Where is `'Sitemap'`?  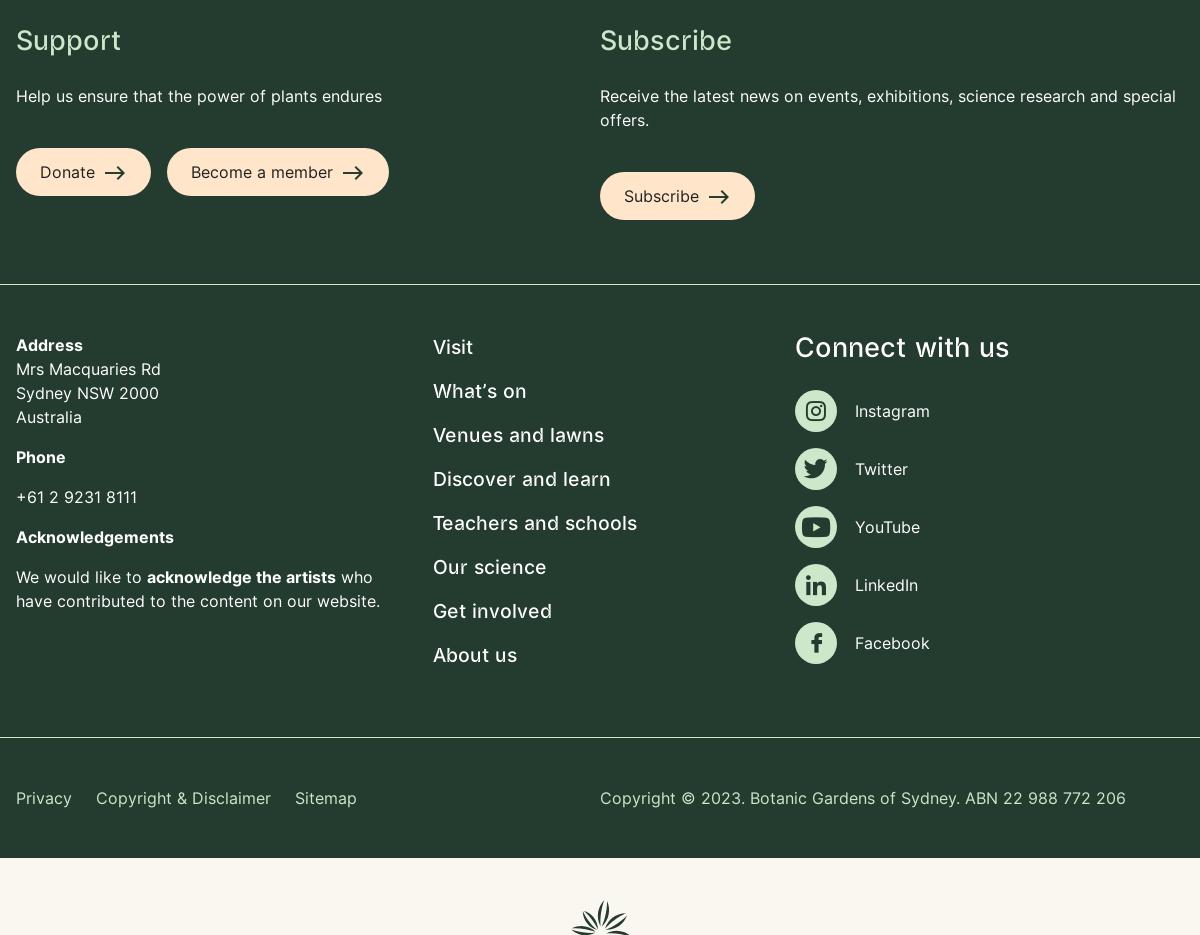 'Sitemap' is located at coordinates (326, 795).